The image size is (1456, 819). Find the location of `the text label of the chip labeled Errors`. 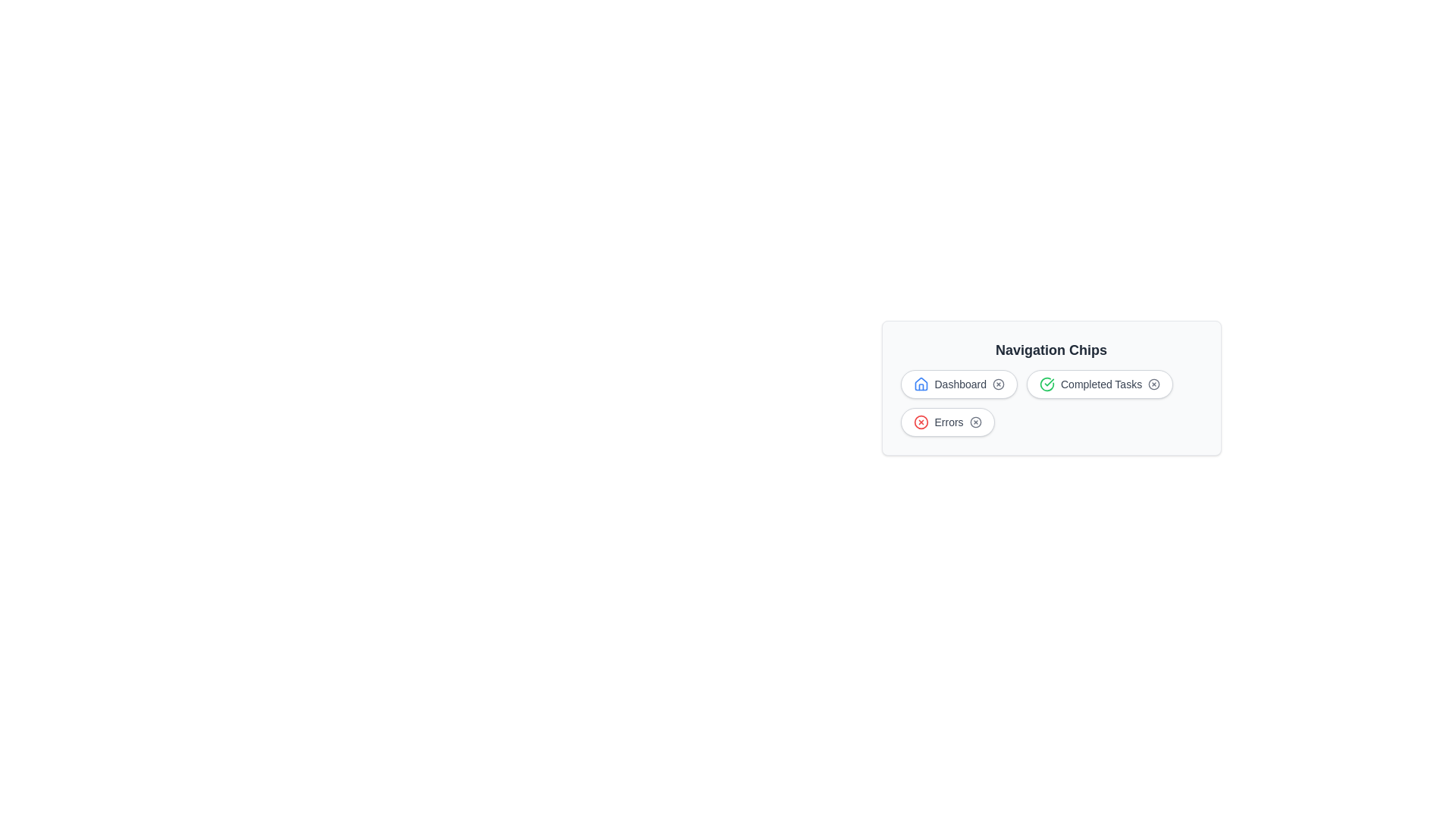

the text label of the chip labeled Errors is located at coordinates (946, 422).